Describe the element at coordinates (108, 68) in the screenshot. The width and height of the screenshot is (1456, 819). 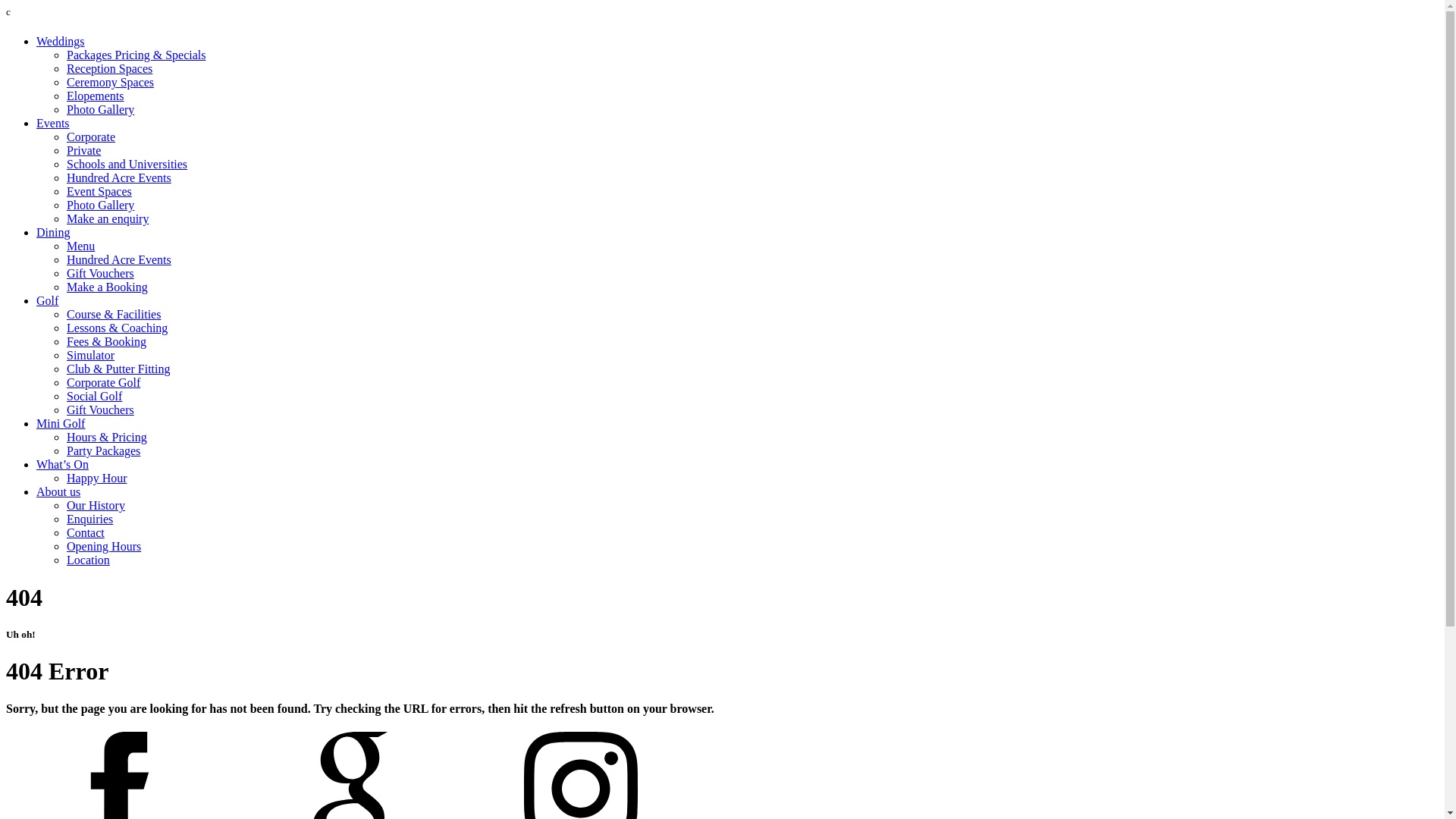
I see `'Reception Spaces'` at that location.